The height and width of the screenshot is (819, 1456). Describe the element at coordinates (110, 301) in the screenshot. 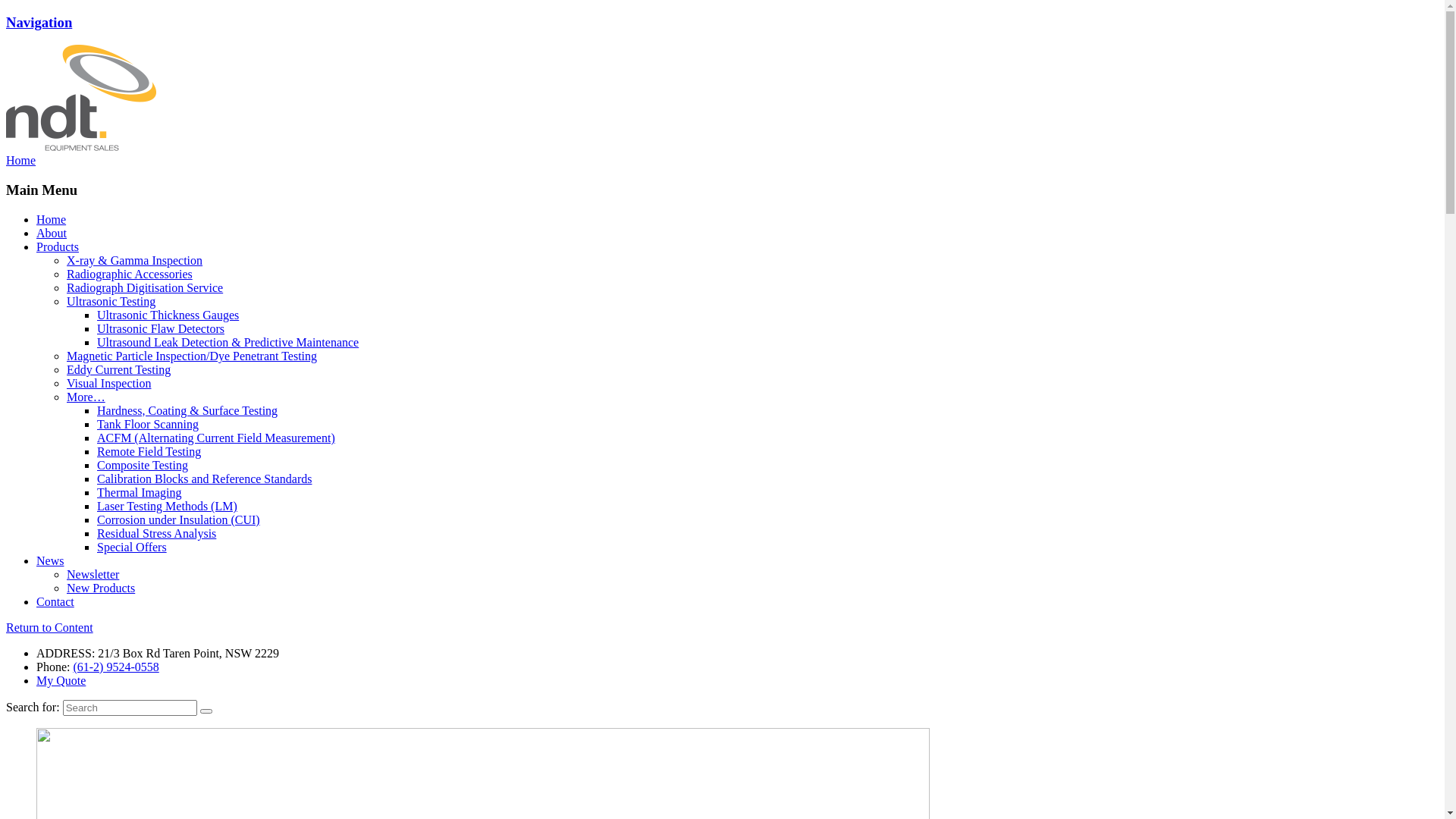

I see `'Ultrasonic Testing'` at that location.